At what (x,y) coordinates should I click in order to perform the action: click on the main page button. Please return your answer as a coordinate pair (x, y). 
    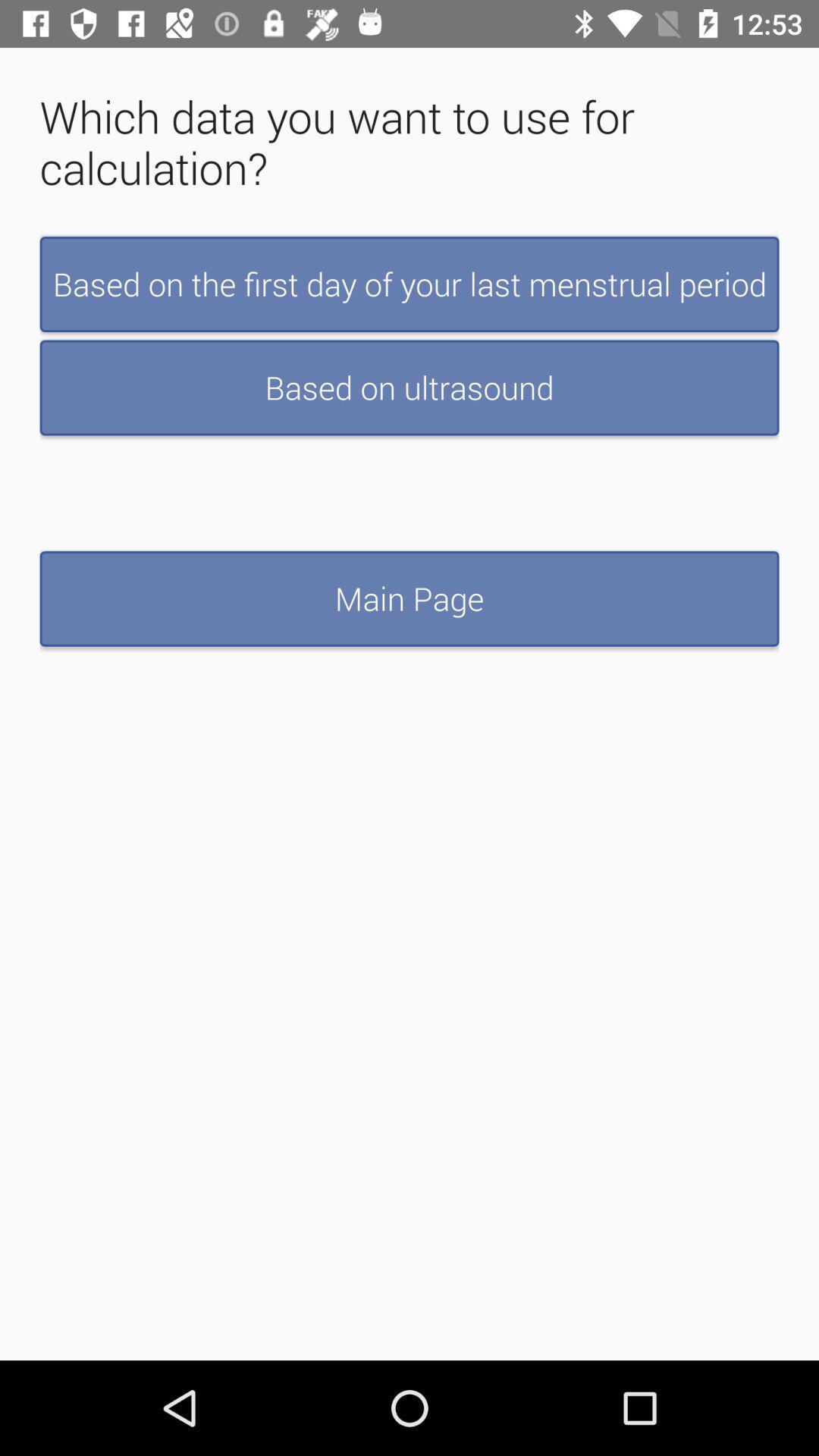
    Looking at the image, I should click on (409, 598).